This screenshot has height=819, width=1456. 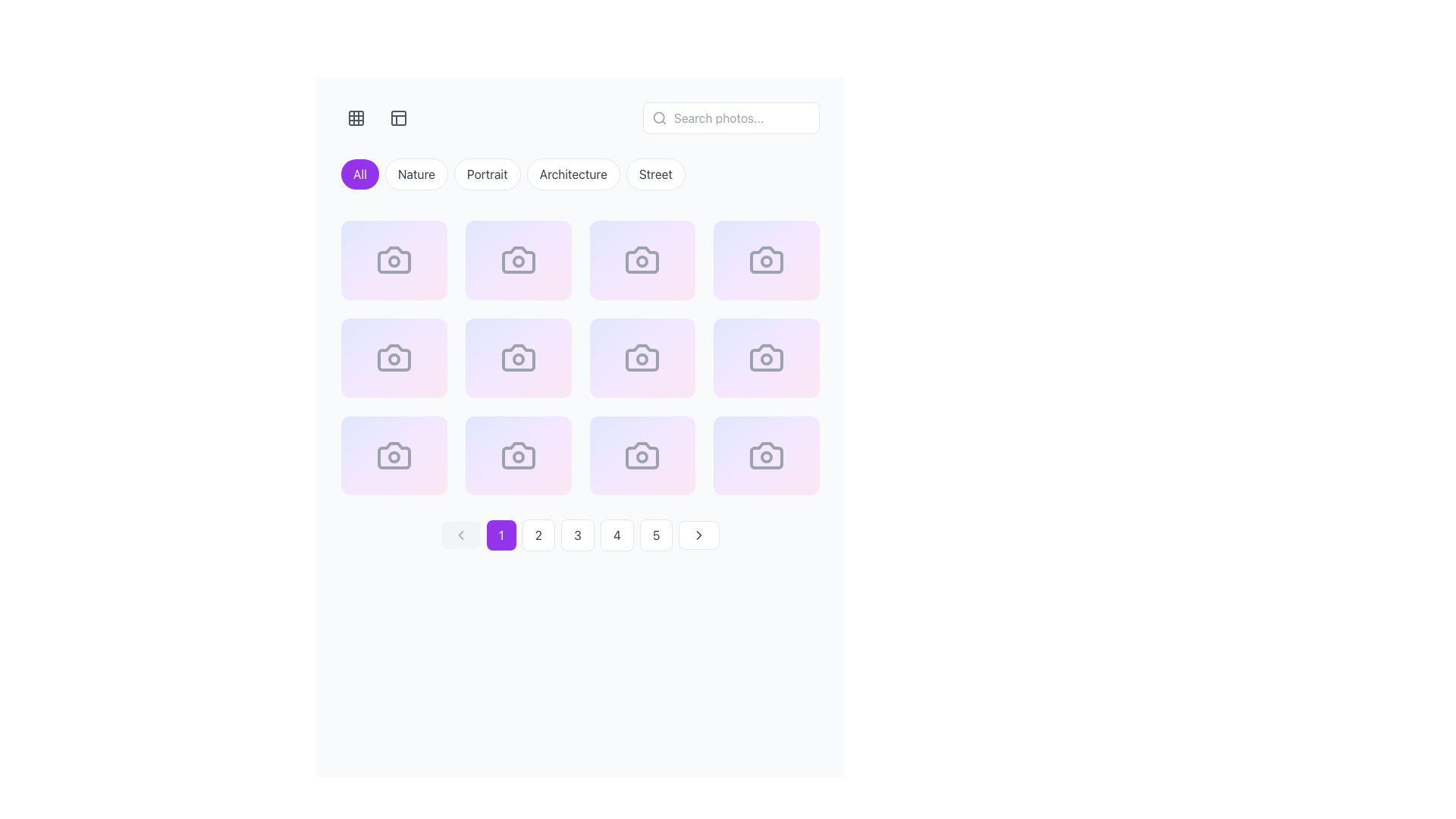 What do you see at coordinates (642, 259) in the screenshot?
I see `the camera icon located in the second row and second column of the grid layout, which features a rectangular body and a circular lens` at bounding box center [642, 259].